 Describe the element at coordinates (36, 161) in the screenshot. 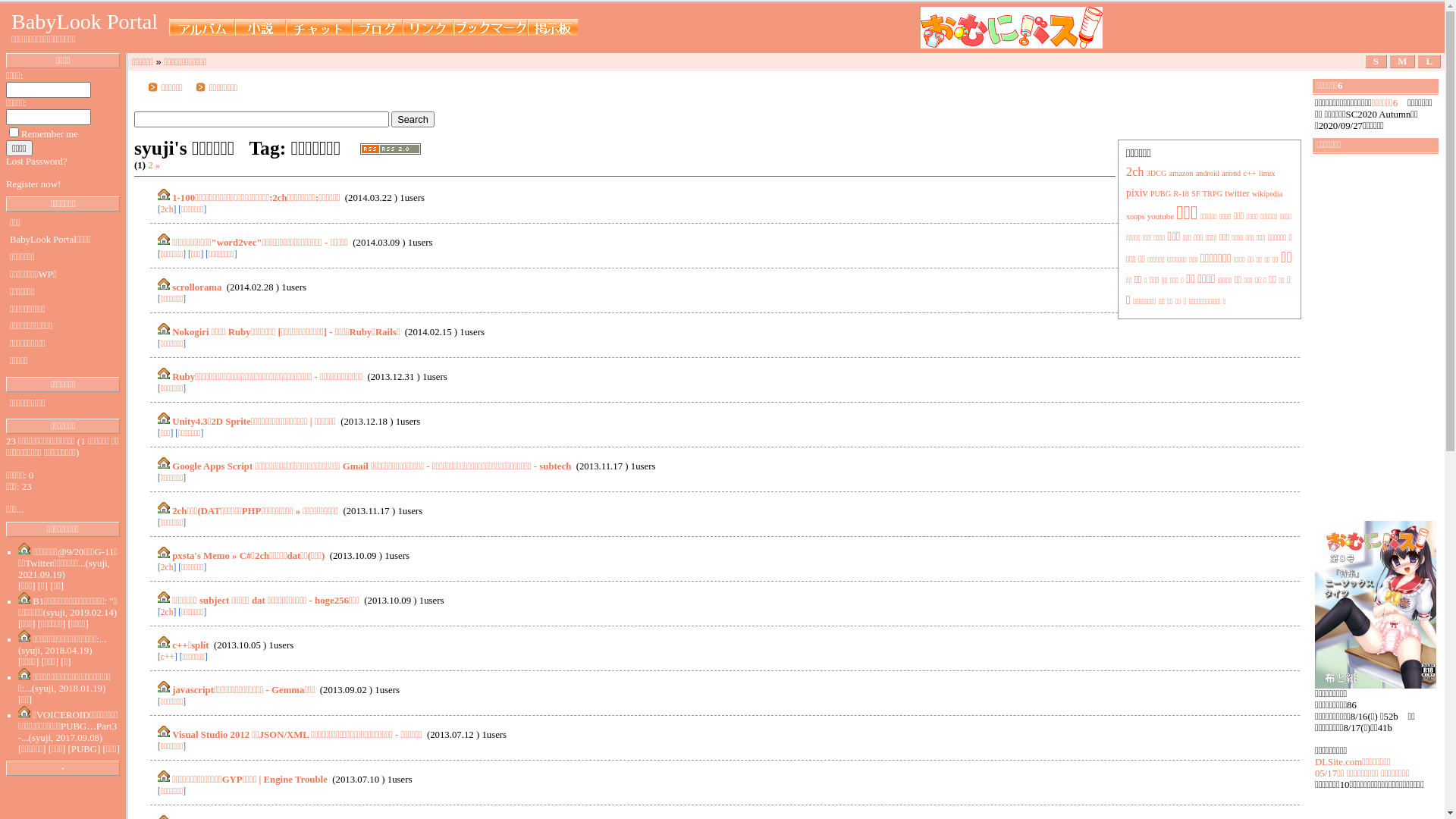

I see `'Lost Password?'` at that location.